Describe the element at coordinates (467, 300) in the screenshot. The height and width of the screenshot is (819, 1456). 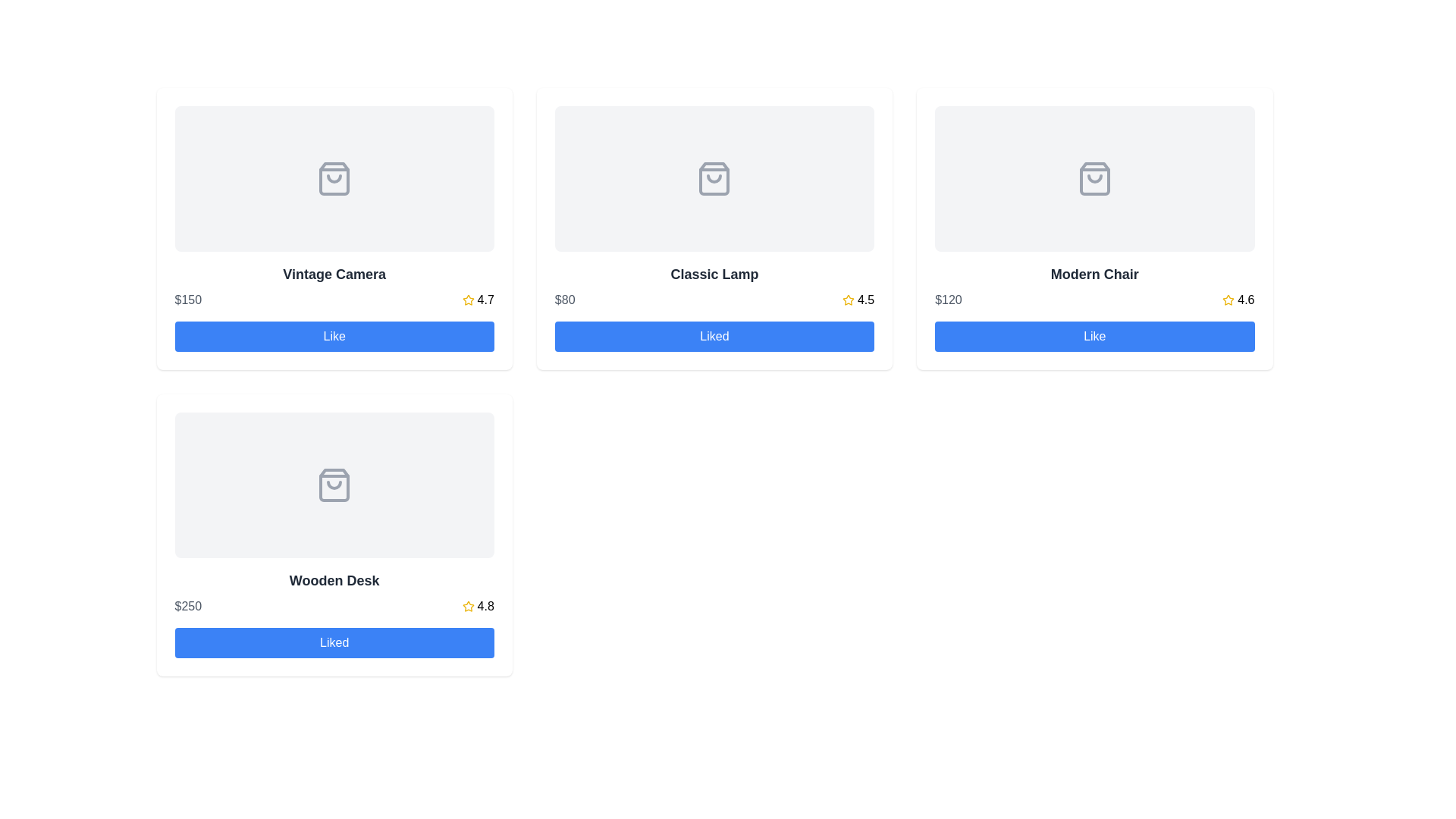
I see `the yellow star-shaped rating icon next to the text '4.7' to interact with the rating system` at that location.